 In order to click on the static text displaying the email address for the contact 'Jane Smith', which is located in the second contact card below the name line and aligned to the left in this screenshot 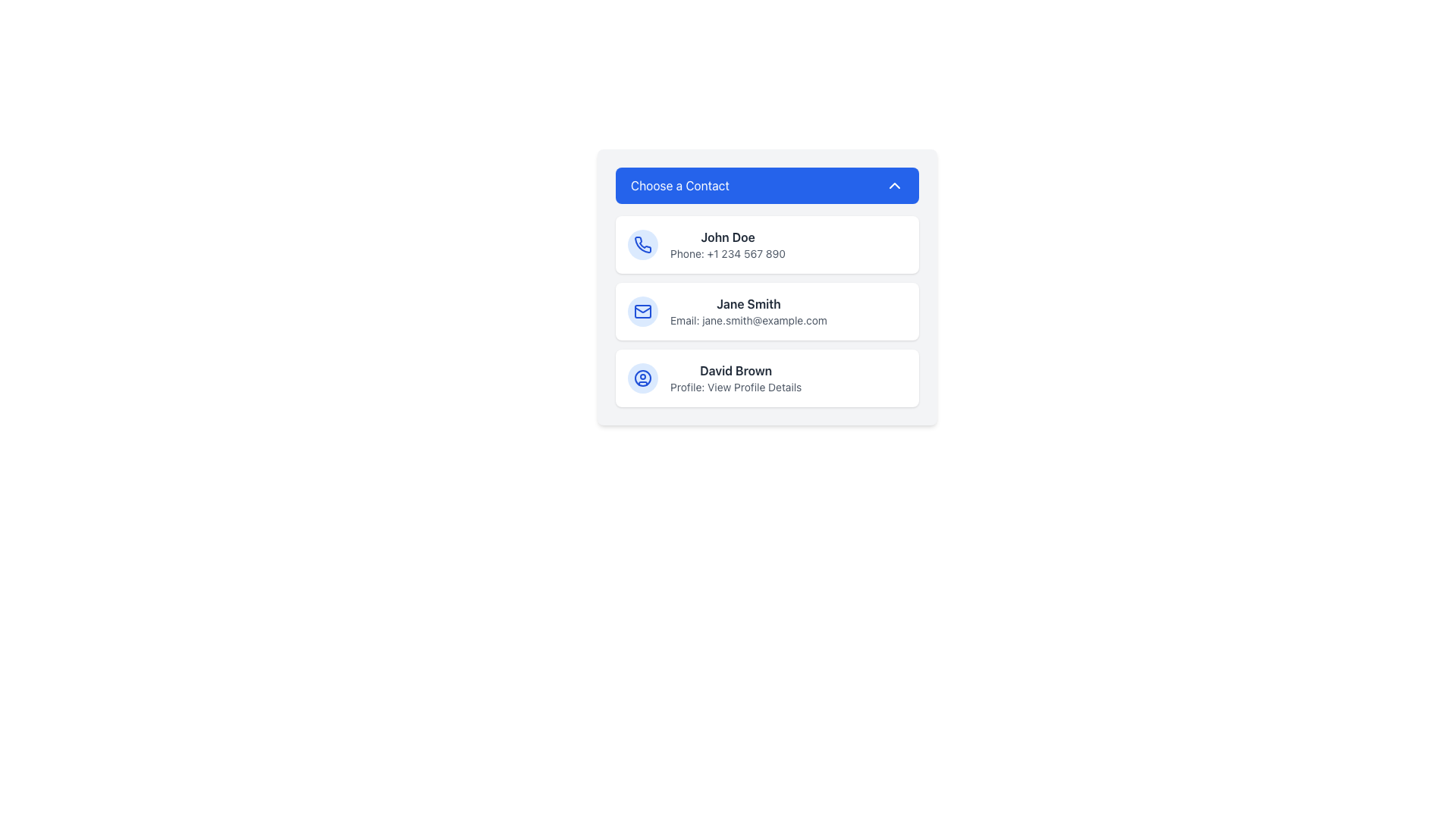, I will do `click(748, 320)`.